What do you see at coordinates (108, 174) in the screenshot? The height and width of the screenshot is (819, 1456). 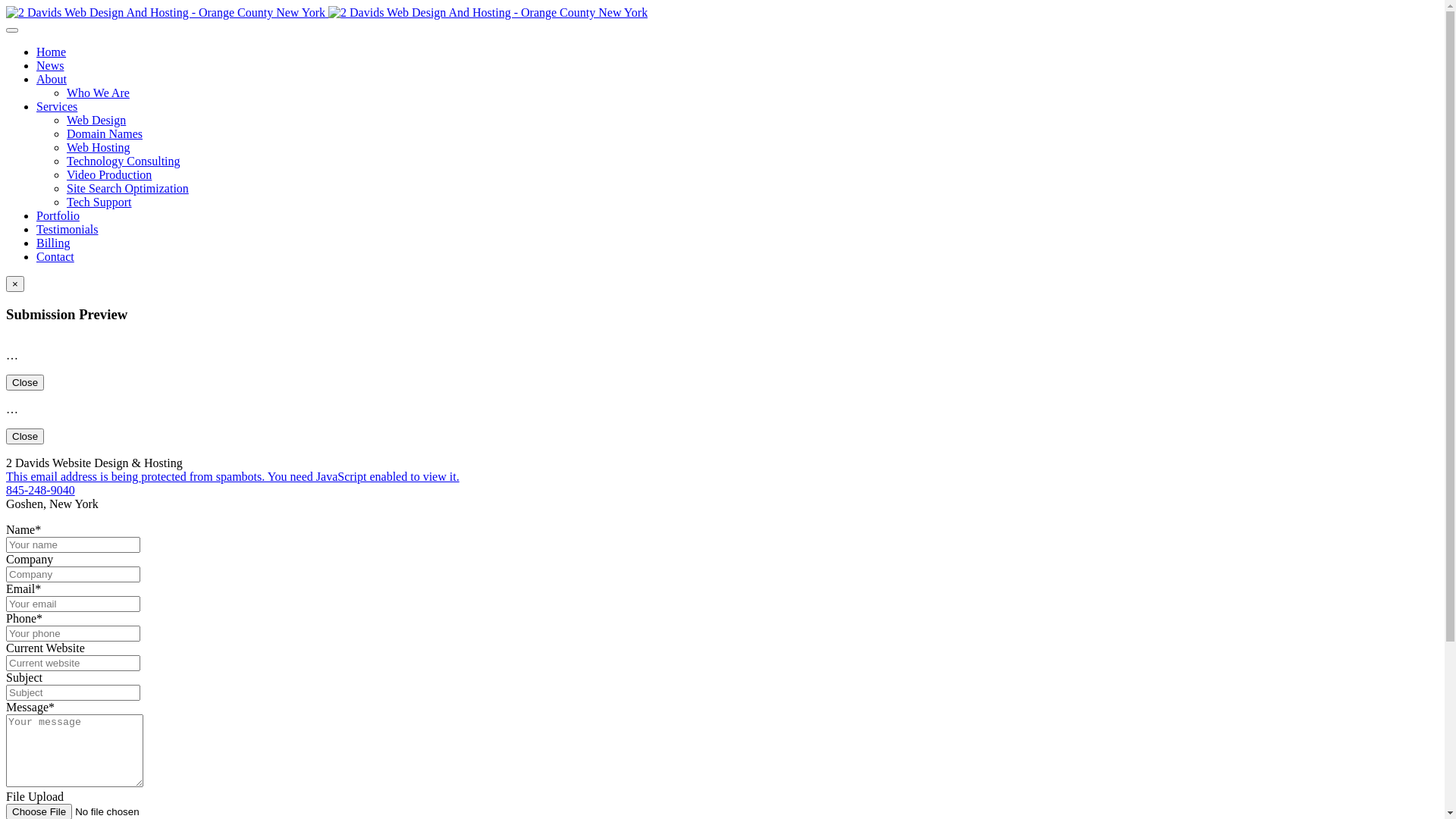 I see `'Video Production'` at bounding box center [108, 174].